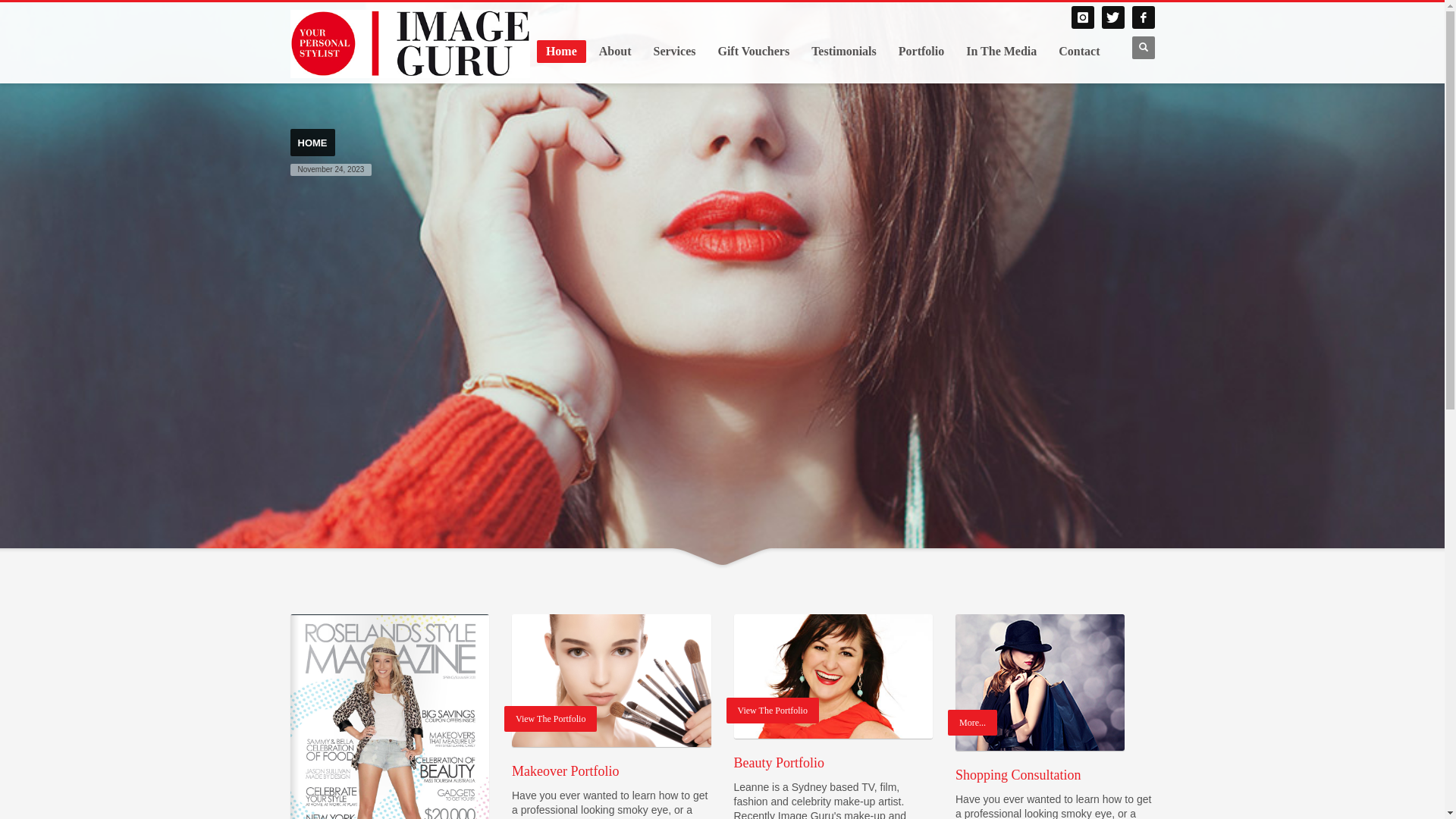  Describe the element at coordinates (1048, 51) in the screenshot. I see `'Contact'` at that location.